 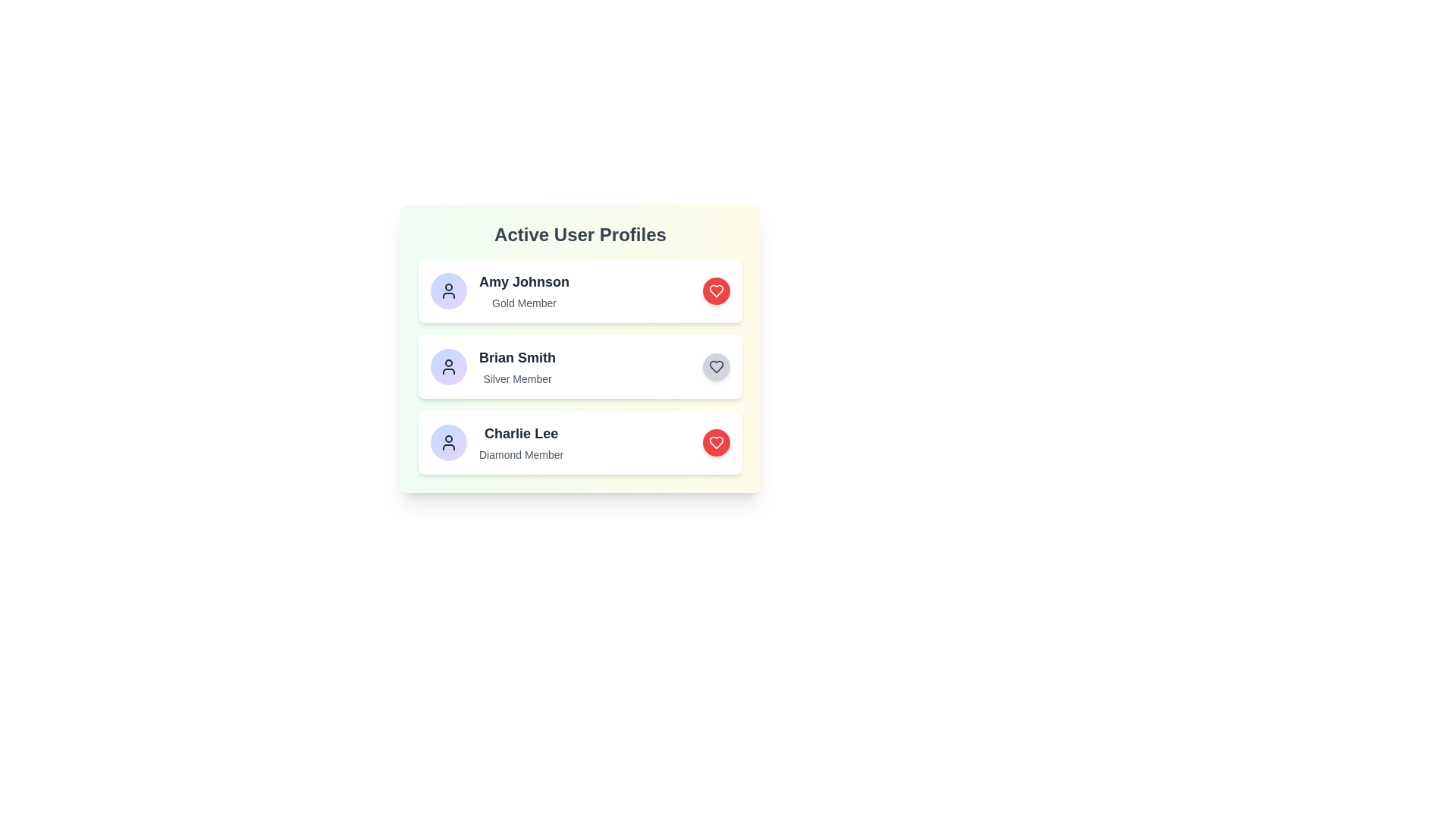 What do you see at coordinates (447, 442) in the screenshot?
I see `the Avatar element associated with the user 'Charlie Lee', a circular UI component with a gradient background transitioning from blue to purple, for user identity reference` at bounding box center [447, 442].